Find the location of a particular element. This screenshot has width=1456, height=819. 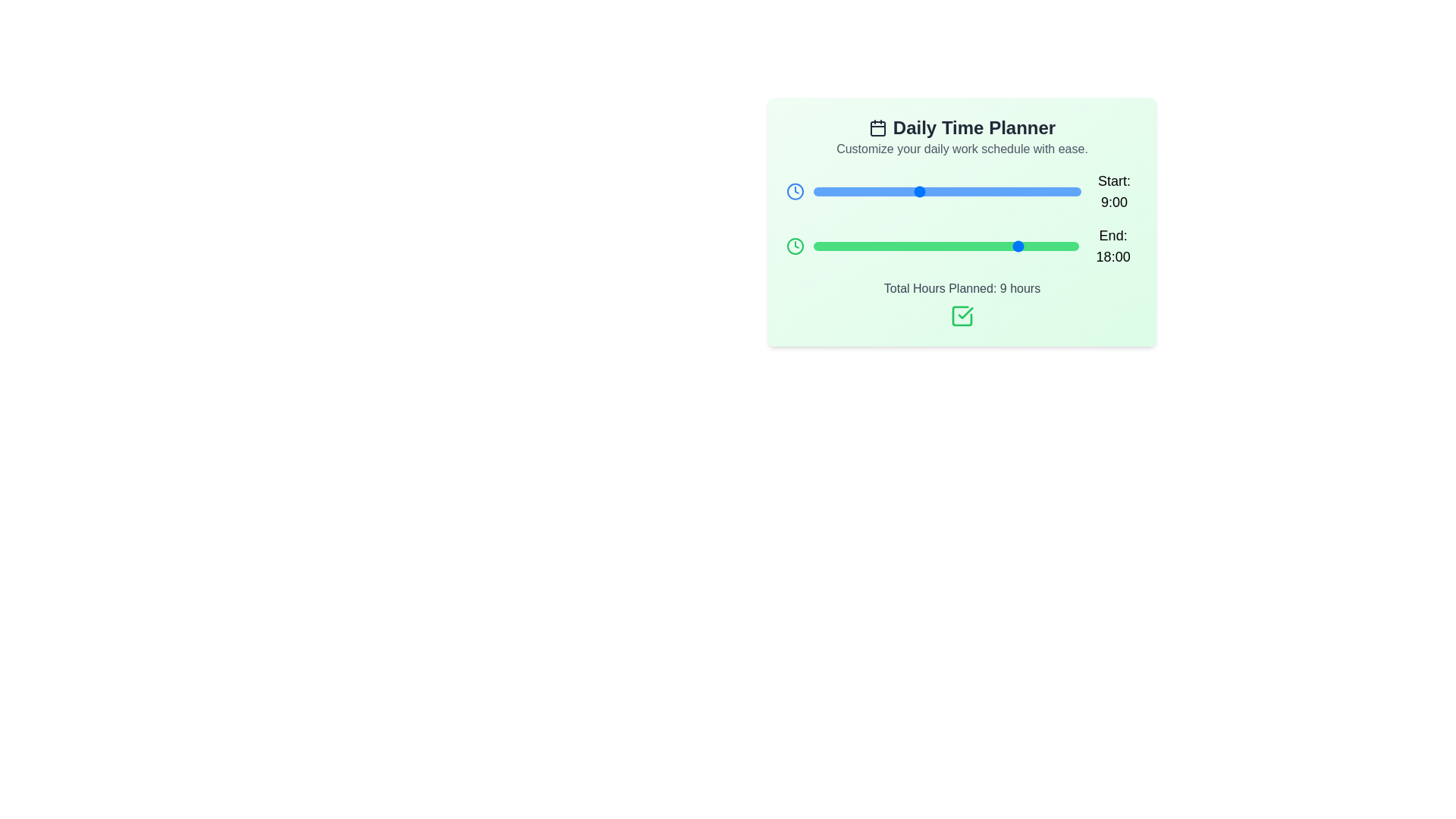

the 'Start' slider to set the start time to 5 is located at coordinates (871, 191).